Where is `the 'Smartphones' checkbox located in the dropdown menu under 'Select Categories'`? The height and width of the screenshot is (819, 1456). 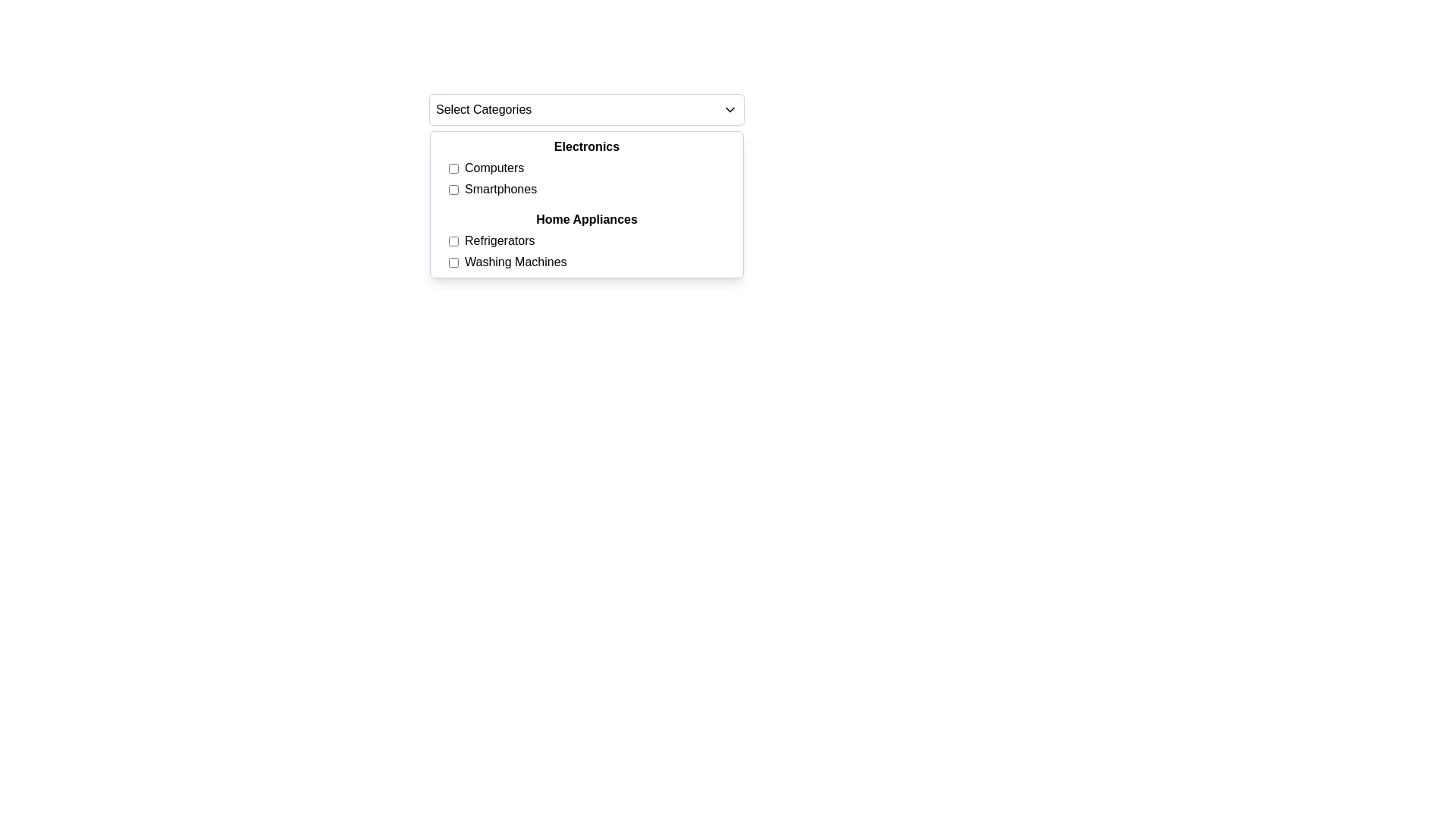 the 'Smartphones' checkbox located in the dropdown menu under 'Select Categories' is located at coordinates (453, 189).